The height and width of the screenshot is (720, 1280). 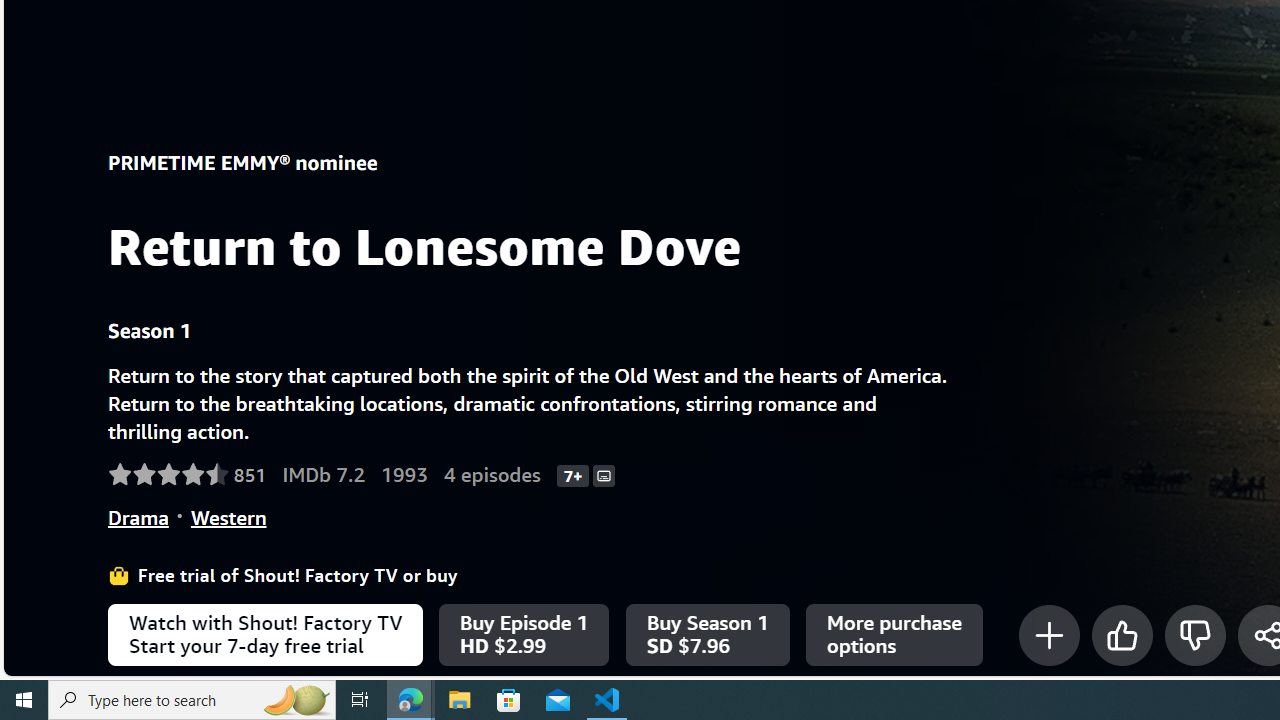 What do you see at coordinates (1194, 635) in the screenshot?
I see `'Class: mO+eGr'` at bounding box center [1194, 635].